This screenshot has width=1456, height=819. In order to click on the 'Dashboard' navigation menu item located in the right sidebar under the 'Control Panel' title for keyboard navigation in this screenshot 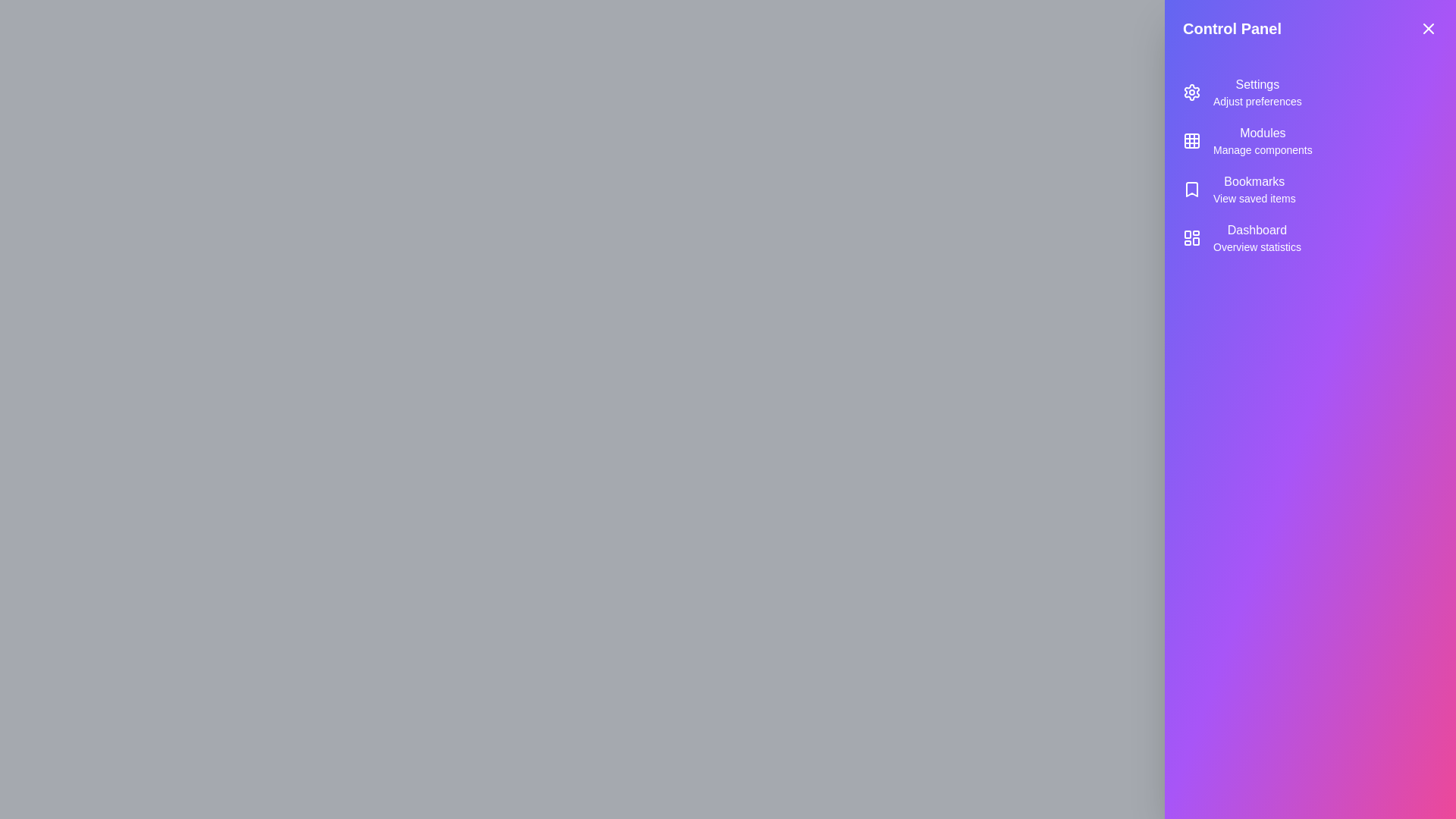, I will do `click(1310, 237)`.